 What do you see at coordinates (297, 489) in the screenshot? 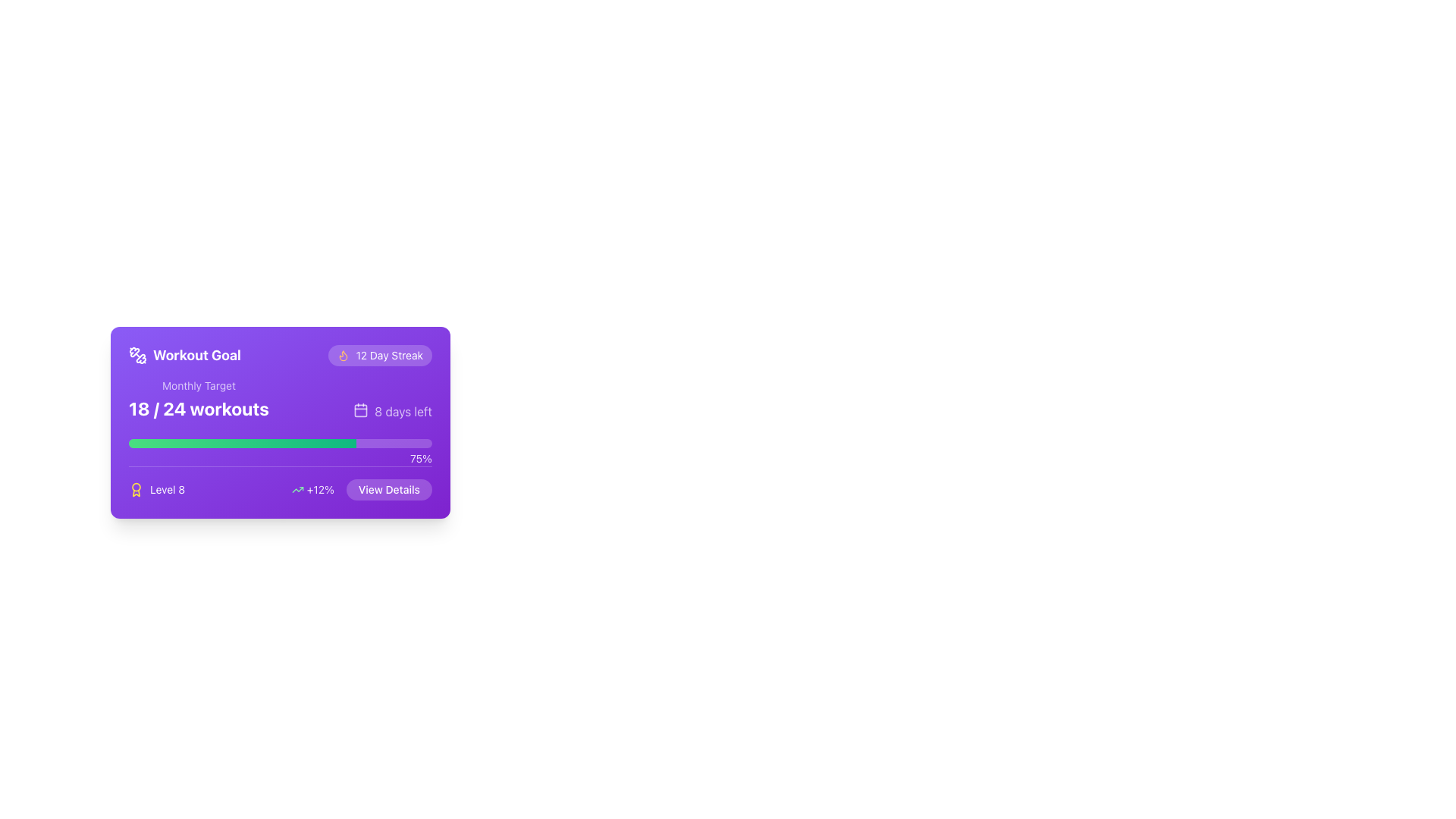
I see `the green upward trending arrow graphic icon located within the card interface under the 'Workout Goal' header, positioned to the left of the '+12%' text and to the right of the 'Level 8' label` at bounding box center [297, 489].